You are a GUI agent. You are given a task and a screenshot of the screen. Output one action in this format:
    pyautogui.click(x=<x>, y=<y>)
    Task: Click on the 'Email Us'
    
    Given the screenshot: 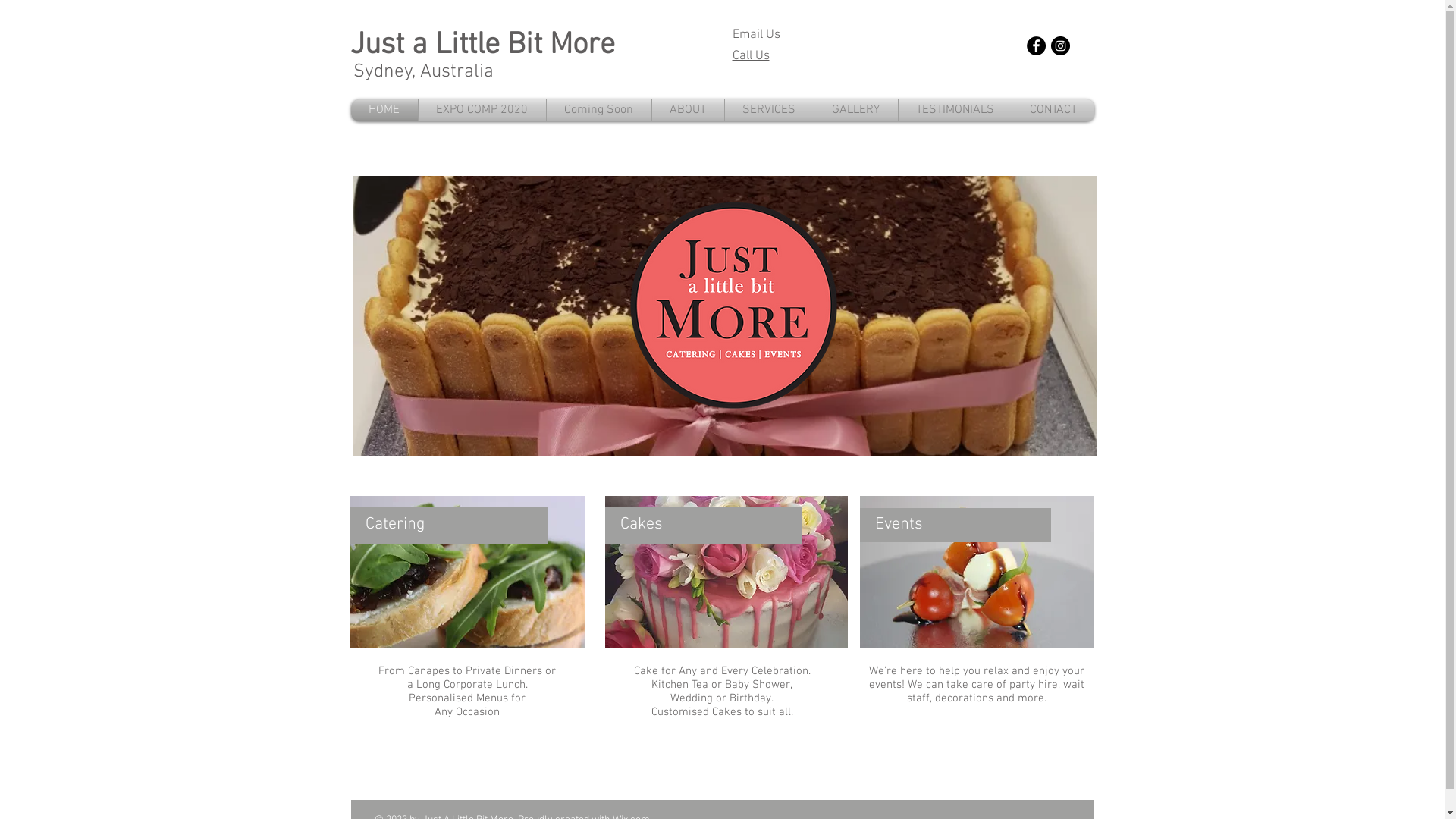 What is the action you would take?
    pyautogui.click(x=732, y=34)
    